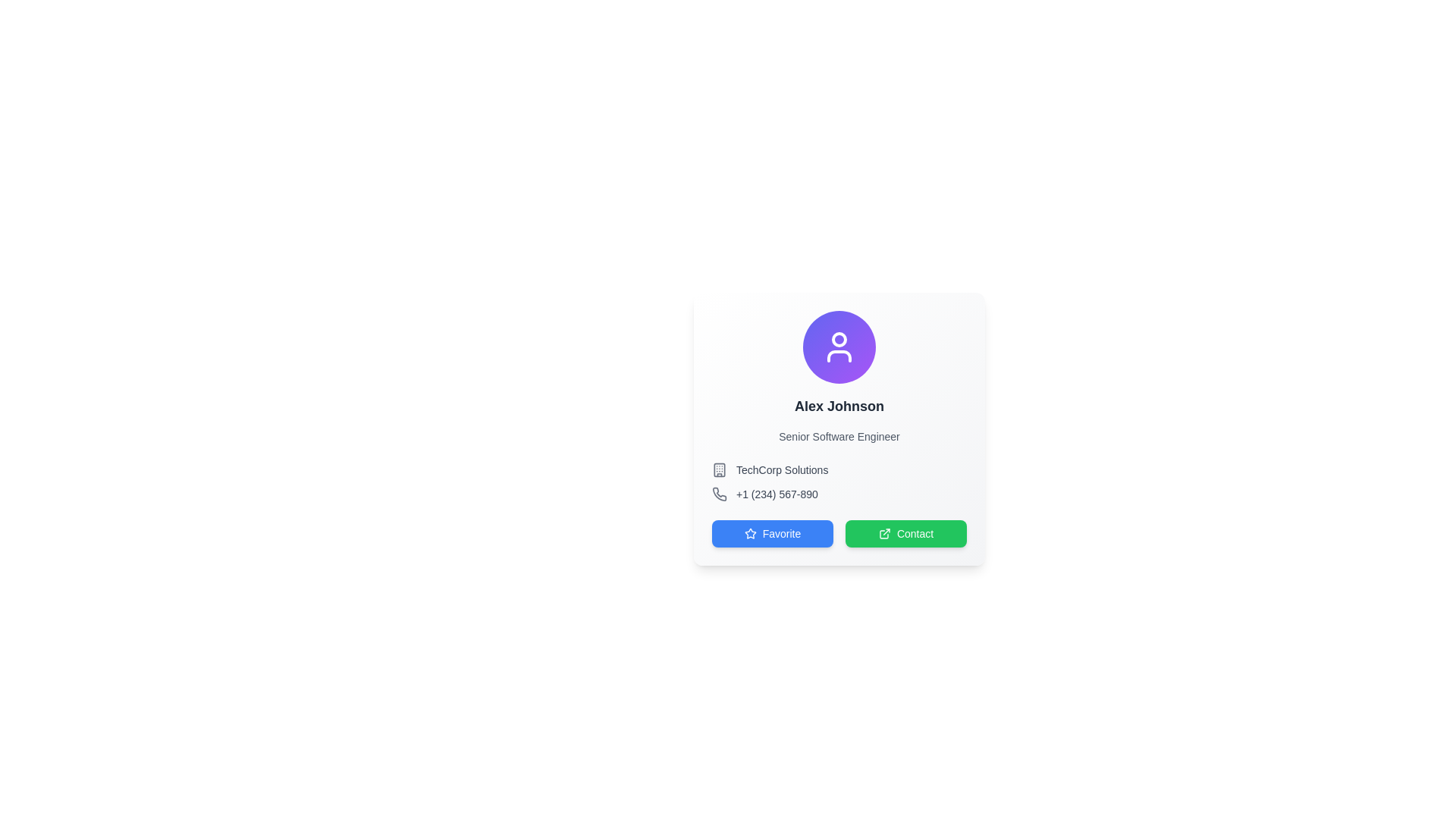  I want to click on the decorative icon within the SVG graphic located to the left of the 'Favorite' button in the lower left section of the interface, so click(750, 532).